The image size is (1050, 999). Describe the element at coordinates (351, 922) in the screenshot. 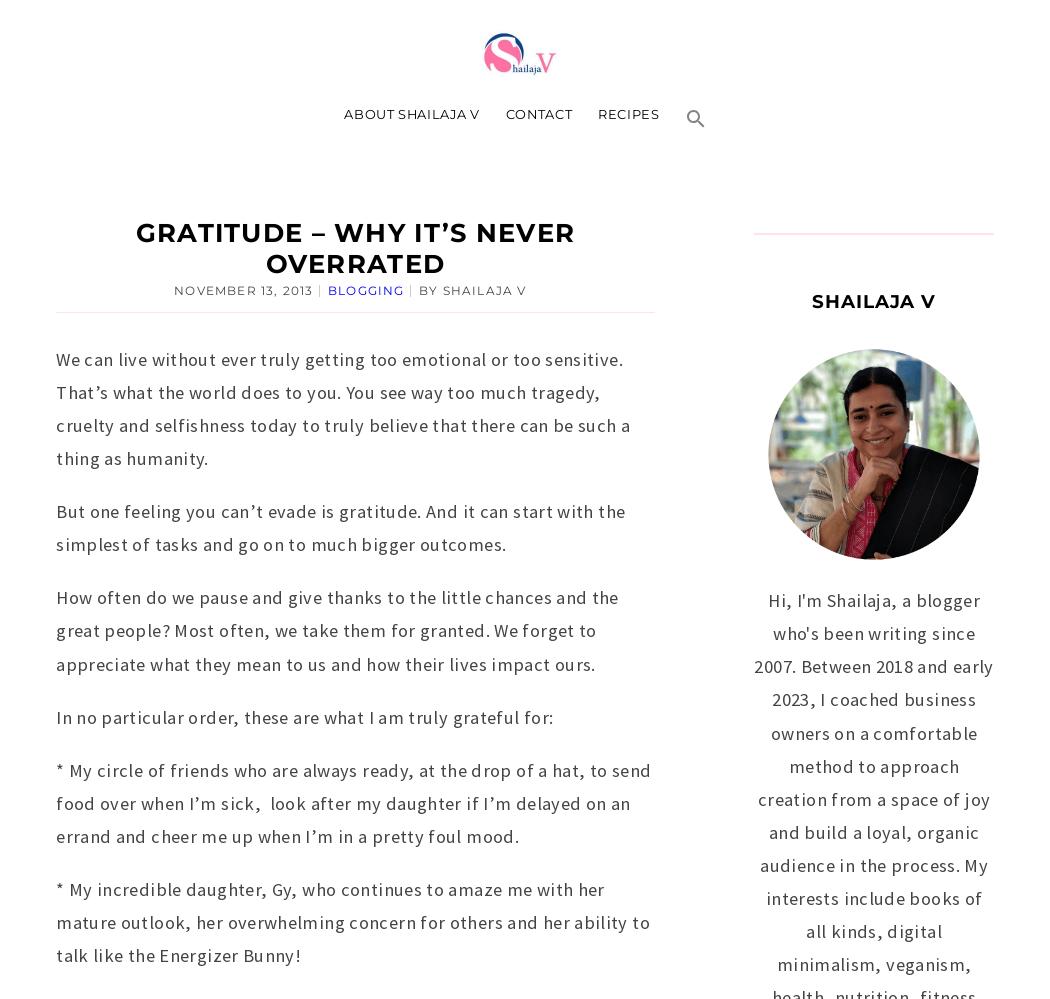

I see `'* My incredible daughter, Gy, who continues to amaze me with her mature outlook, her overwhelming concern for others and her ability to talk like the Energizer Bunny!'` at that location.